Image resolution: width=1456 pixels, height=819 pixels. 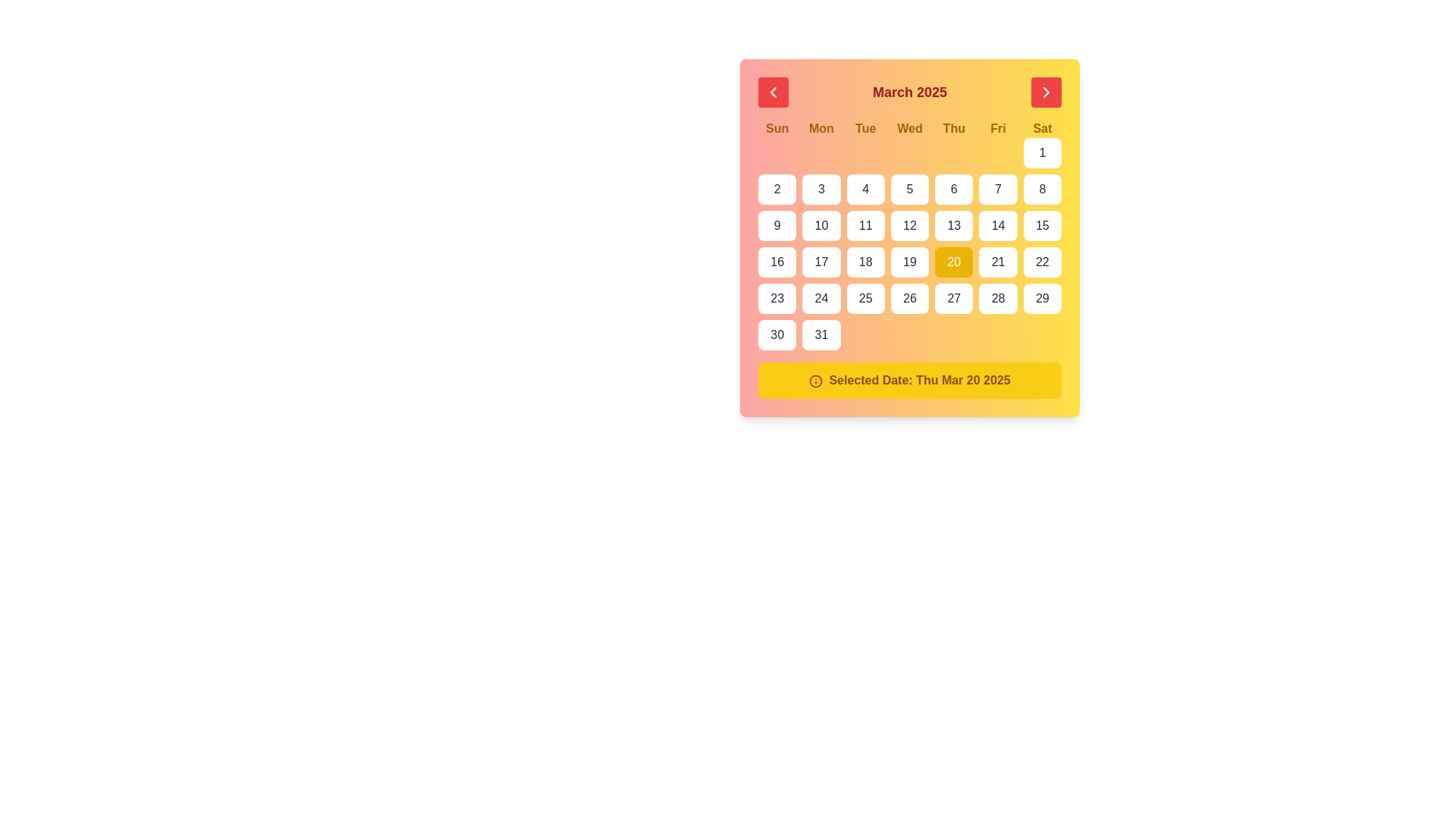 What do you see at coordinates (773, 93) in the screenshot?
I see `the navigation button located on the left side of the header section of the calendar, which appears before the text 'March 2025'` at bounding box center [773, 93].